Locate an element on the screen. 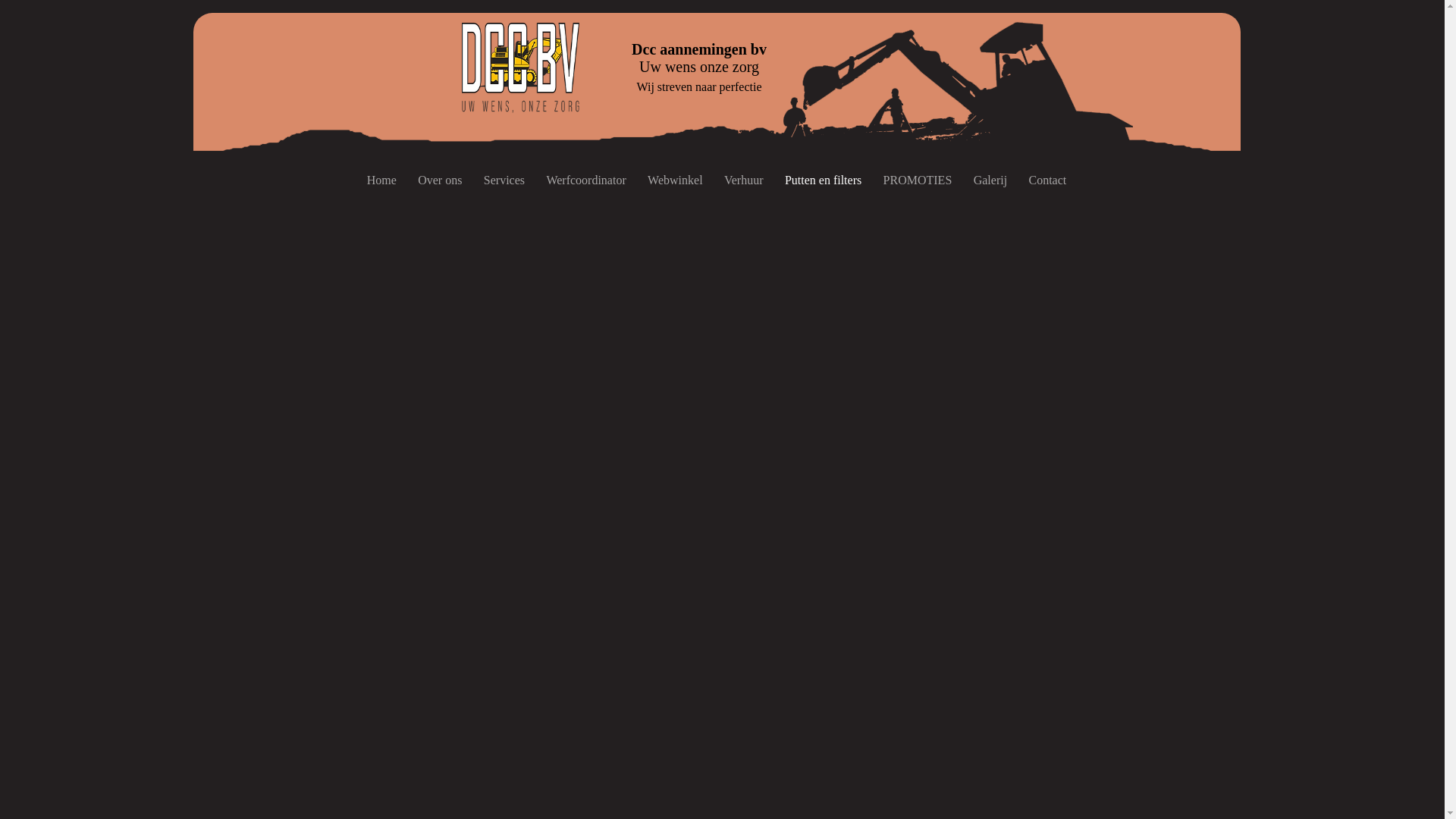  'Verhuur' is located at coordinates (743, 180).